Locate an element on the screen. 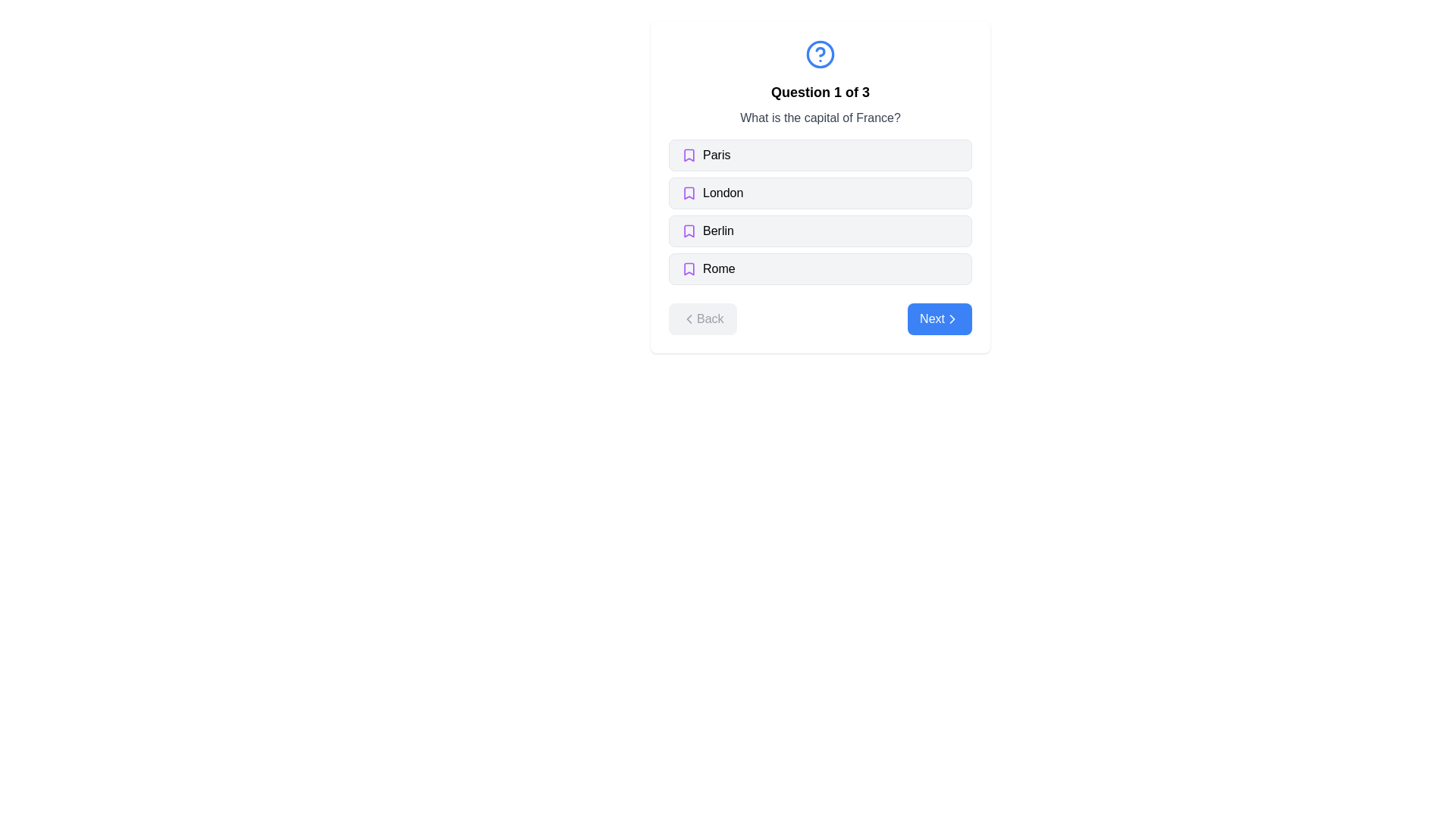 Image resolution: width=1456 pixels, height=819 pixels. the second selectable option in the vertical list of answers, which is the option 'London', to record the selection for the question 'What is the capital of France?' is located at coordinates (819, 186).